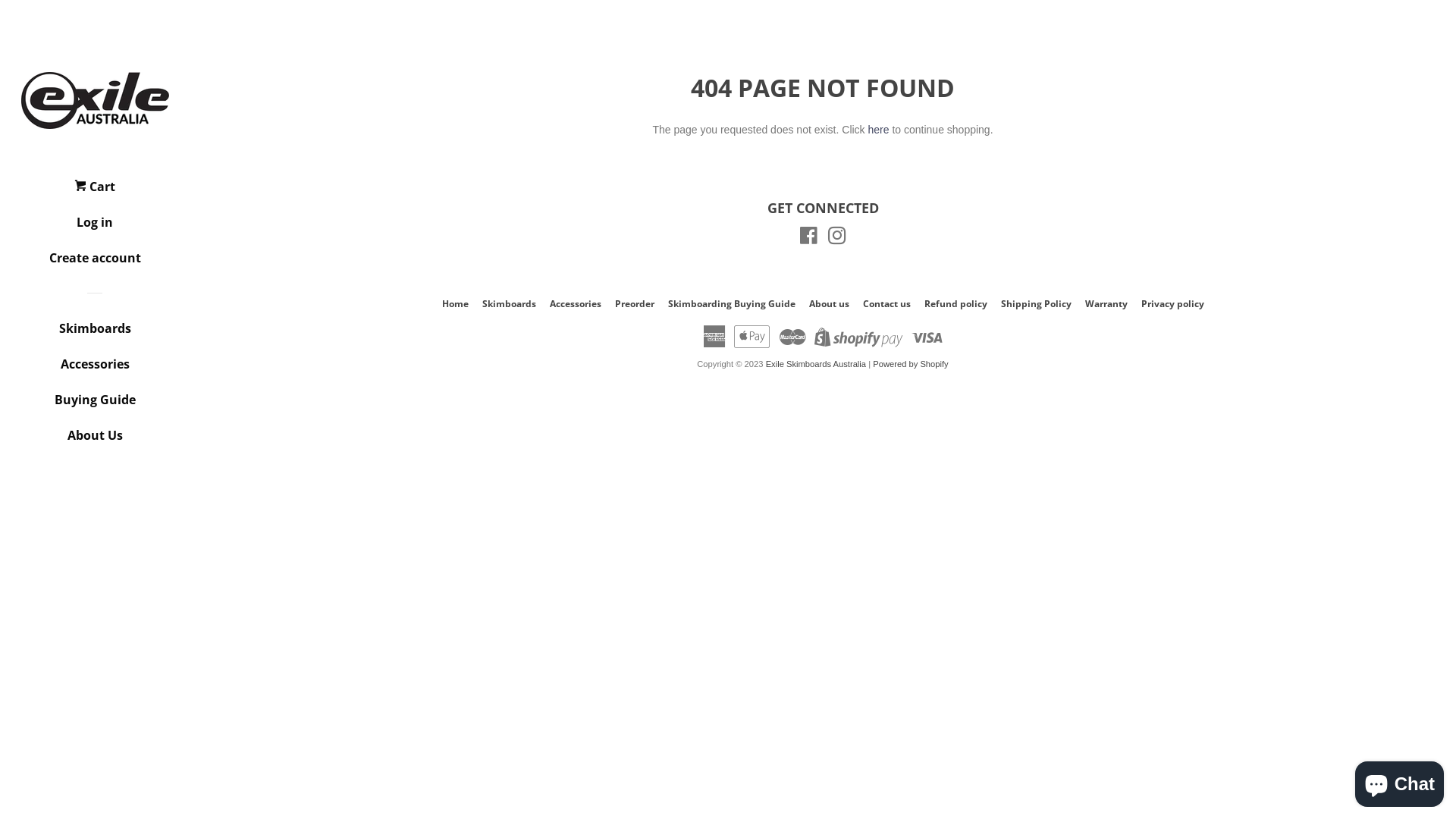 The height and width of the screenshot is (819, 1456). I want to click on 'Skimboards', so click(93, 333).